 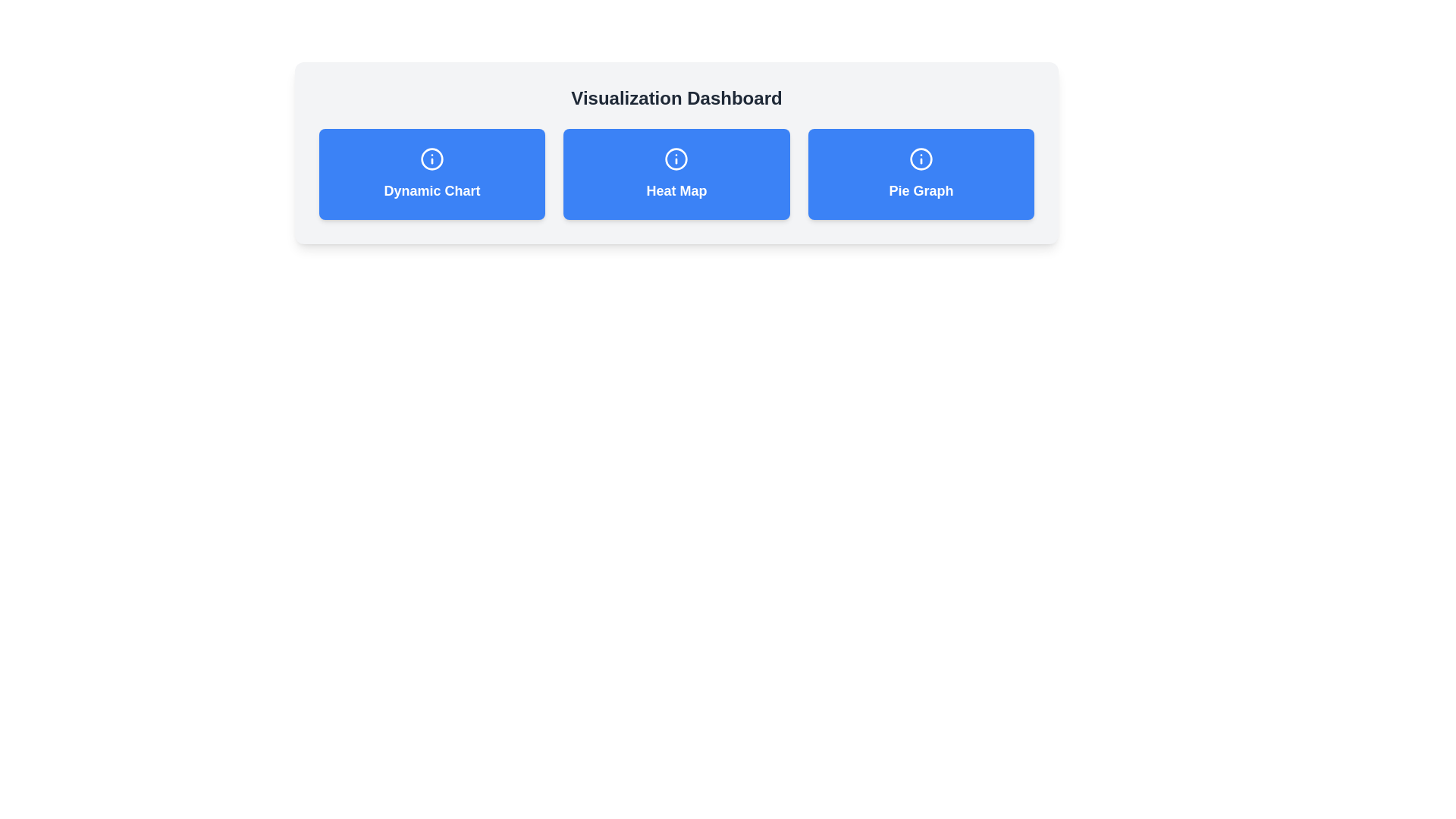 I want to click on the Card Component in the center of the row, so click(x=676, y=174).